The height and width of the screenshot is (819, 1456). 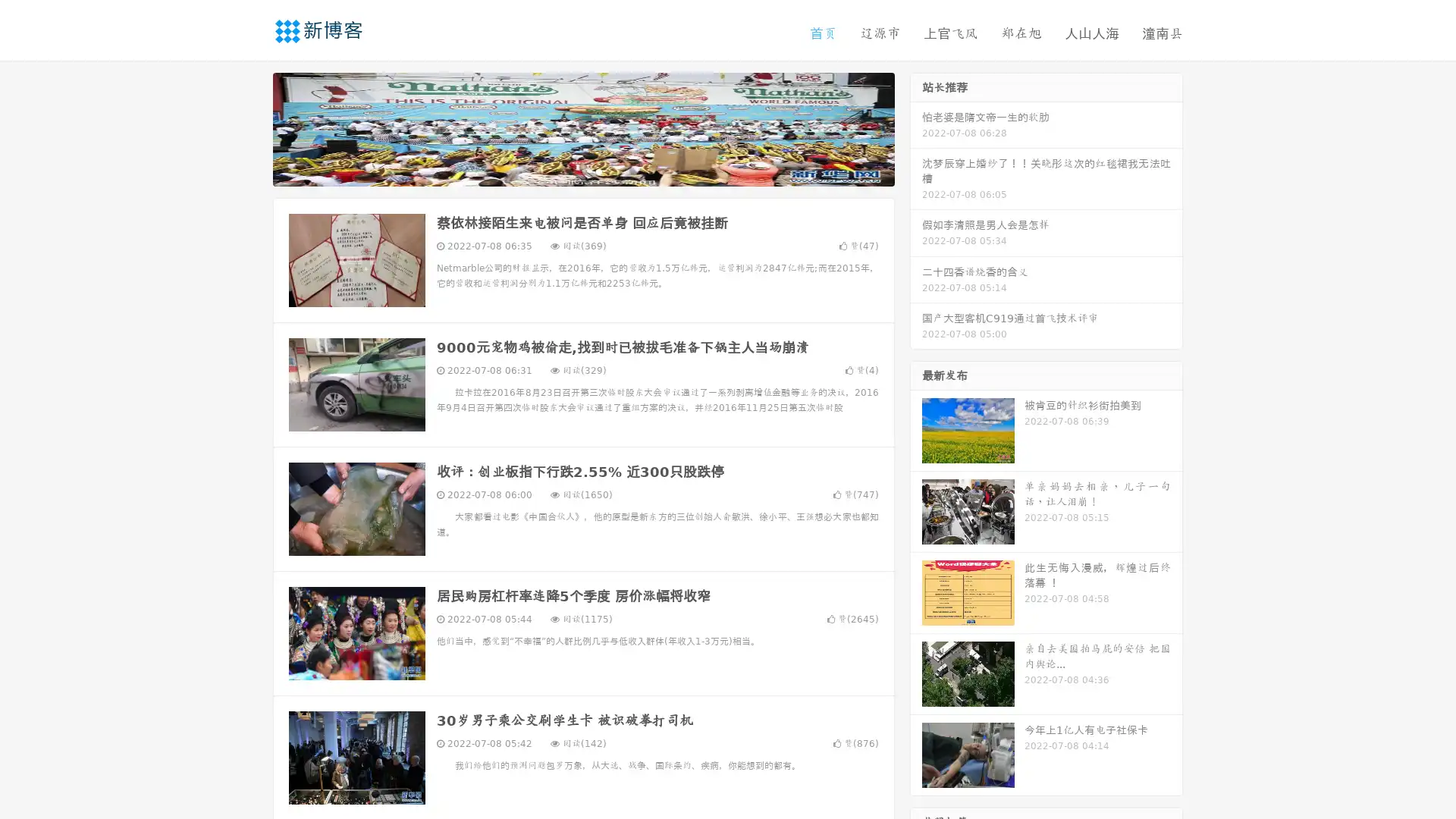 What do you see at coordinates (567, 171) in the screenshot?
I see `Go to slide 1` at bounding box center [567, 171].